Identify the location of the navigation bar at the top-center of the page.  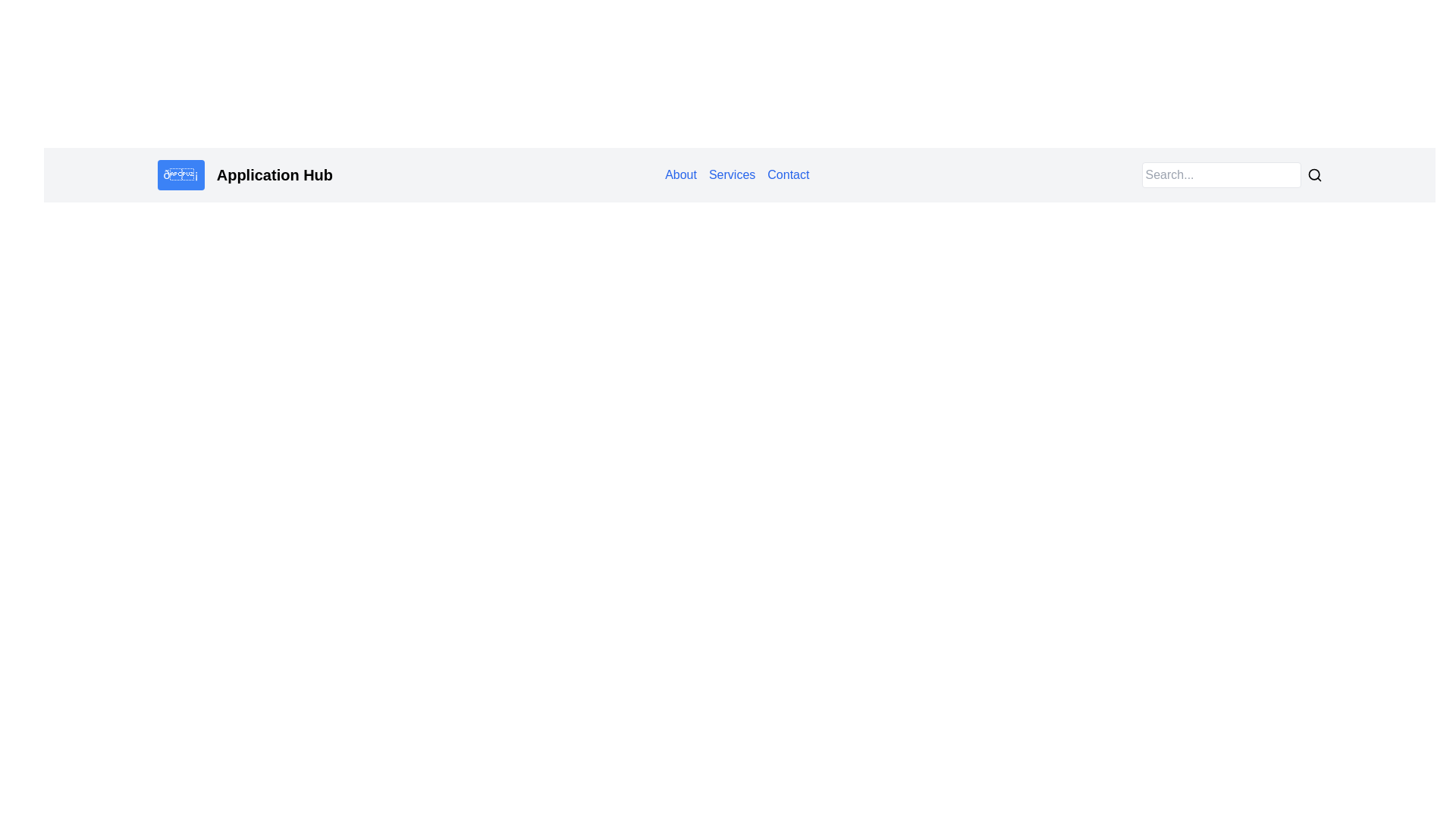
(739, 174).